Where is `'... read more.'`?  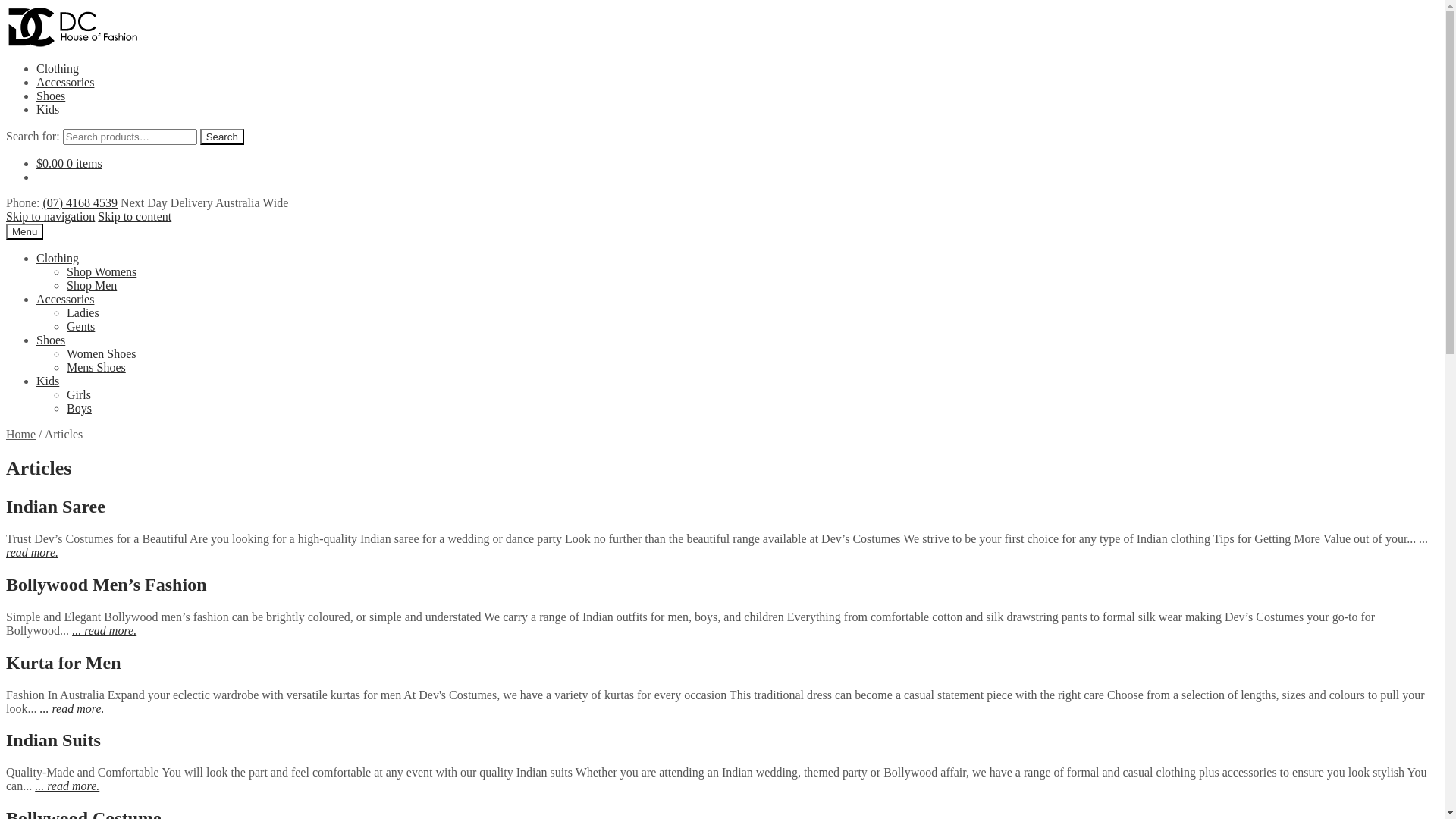 '... read more.' is located at coordinates (71, 630).